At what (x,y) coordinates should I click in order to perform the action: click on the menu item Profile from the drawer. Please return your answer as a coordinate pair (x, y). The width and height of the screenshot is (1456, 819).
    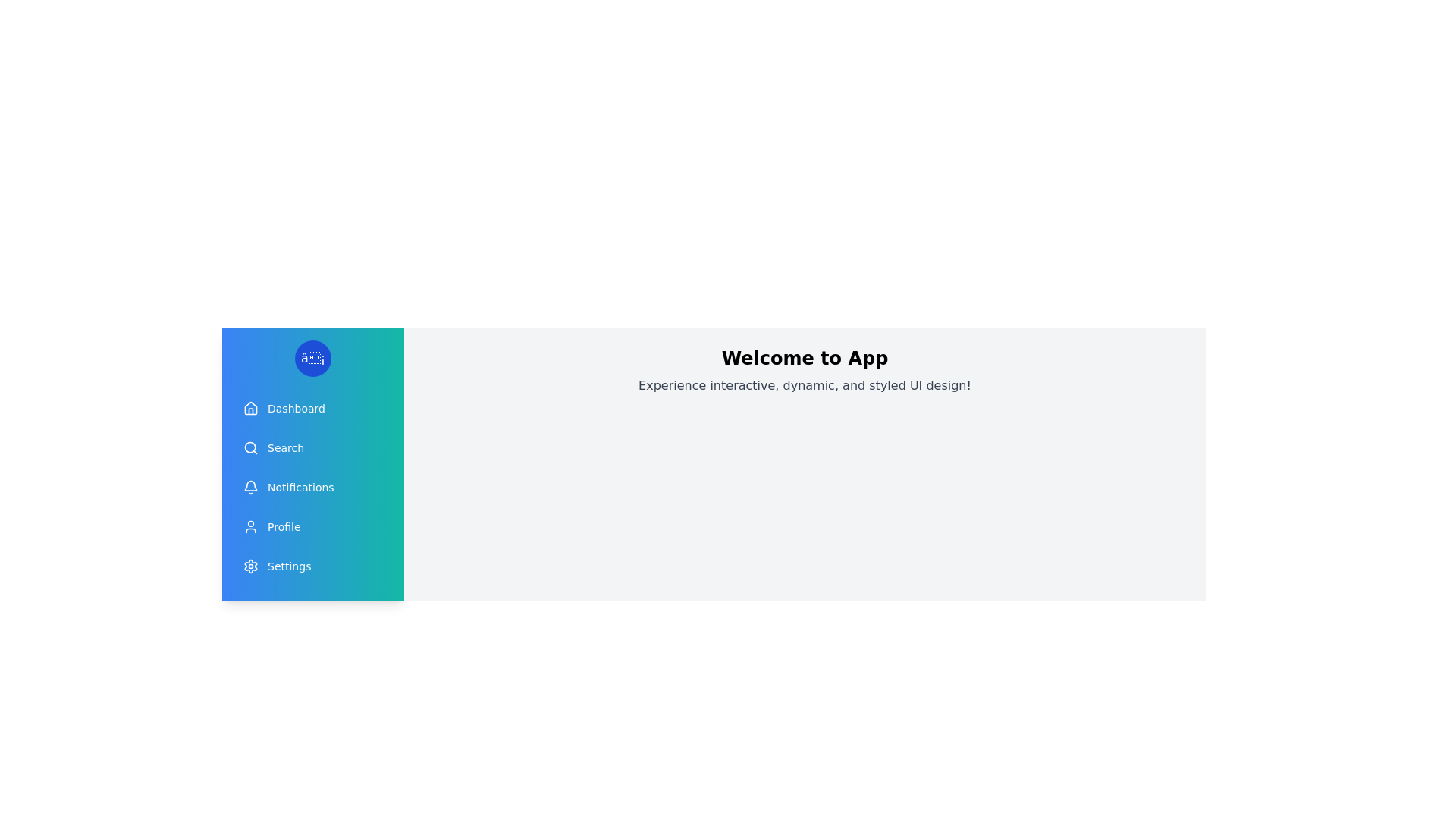
    Looking at the image, I should click on (312, 526).